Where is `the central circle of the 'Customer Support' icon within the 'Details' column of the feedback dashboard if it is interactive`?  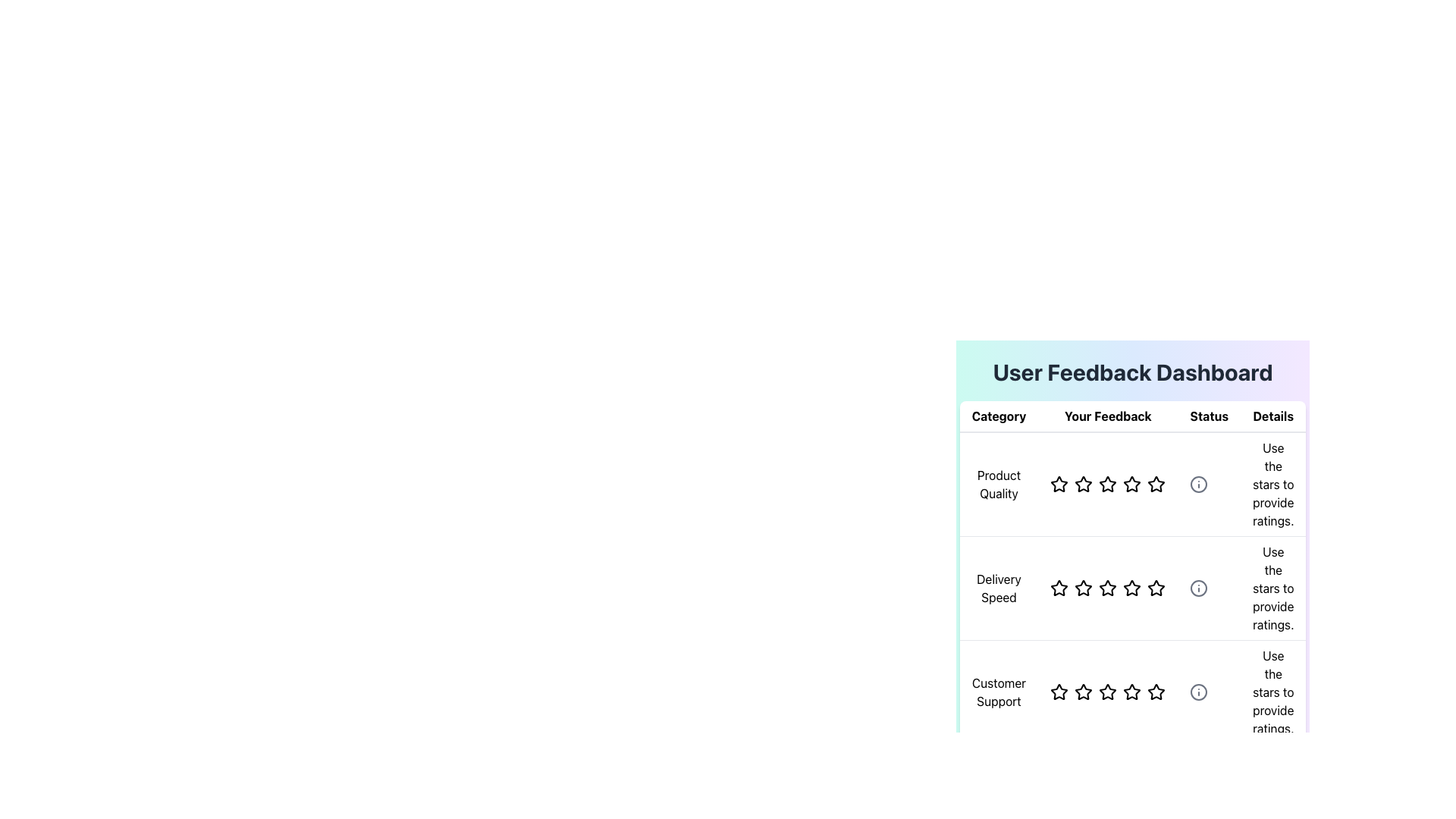
the central circle of the 'Customer Support' icon within the 'Details' column of the feedback dashboard if it is interactive is located at coordinates (1198, 692).